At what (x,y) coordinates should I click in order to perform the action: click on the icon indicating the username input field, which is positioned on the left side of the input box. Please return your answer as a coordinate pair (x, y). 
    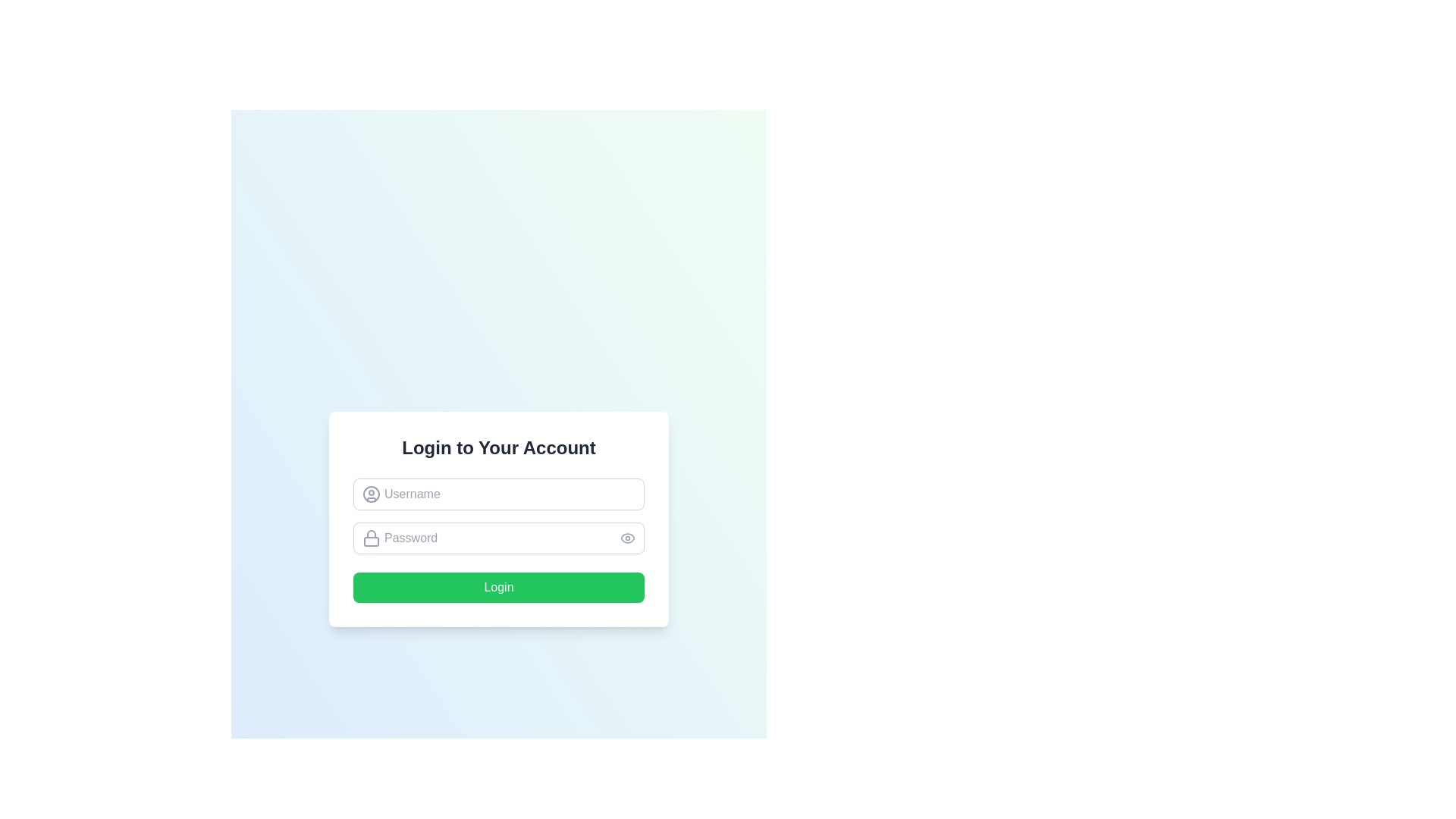
    Looking at the image, I should click on (371, 494).